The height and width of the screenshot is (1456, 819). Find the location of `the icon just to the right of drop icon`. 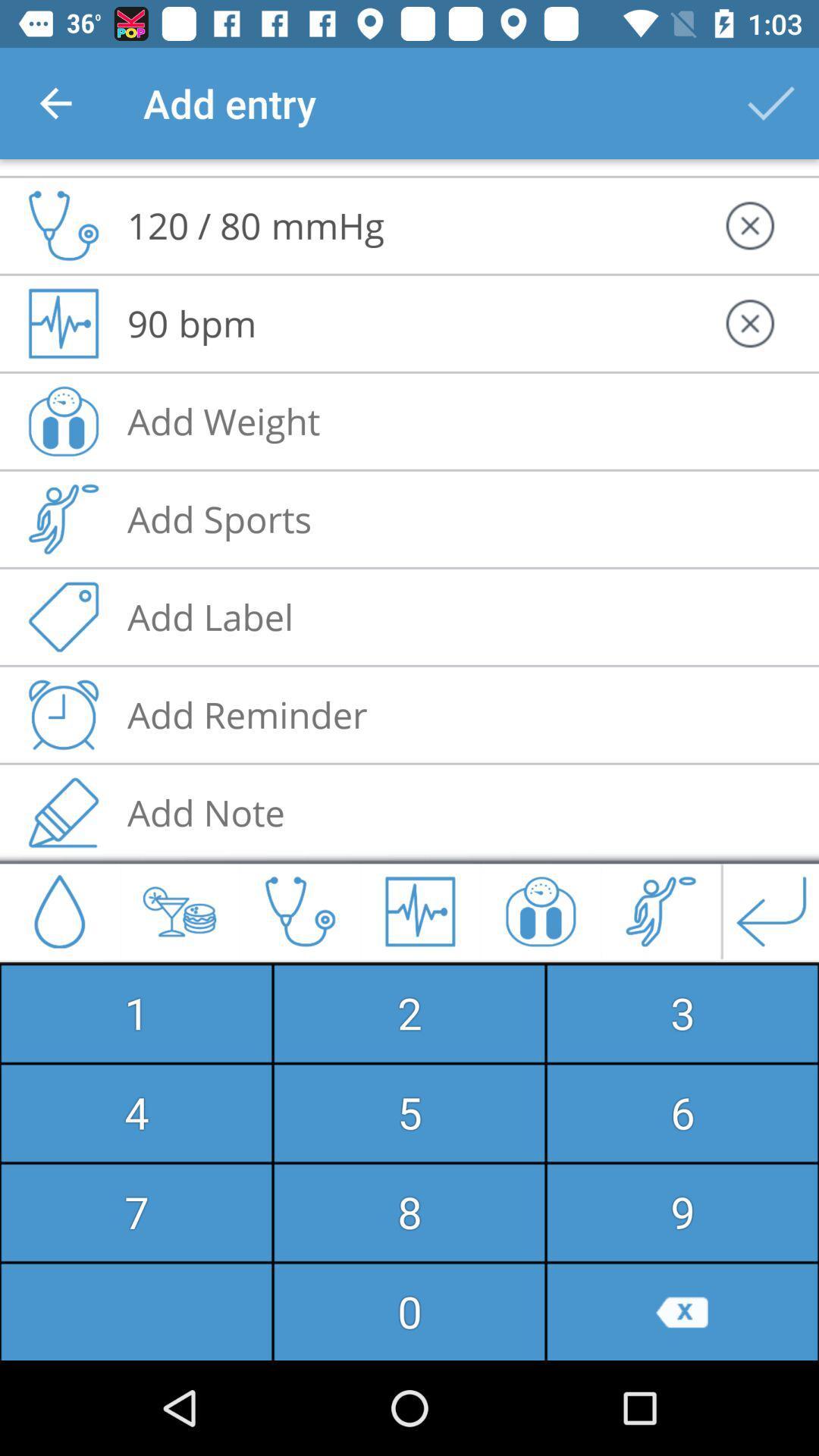

the icon just to the right of drop icon is located at coordinates (178, 910).